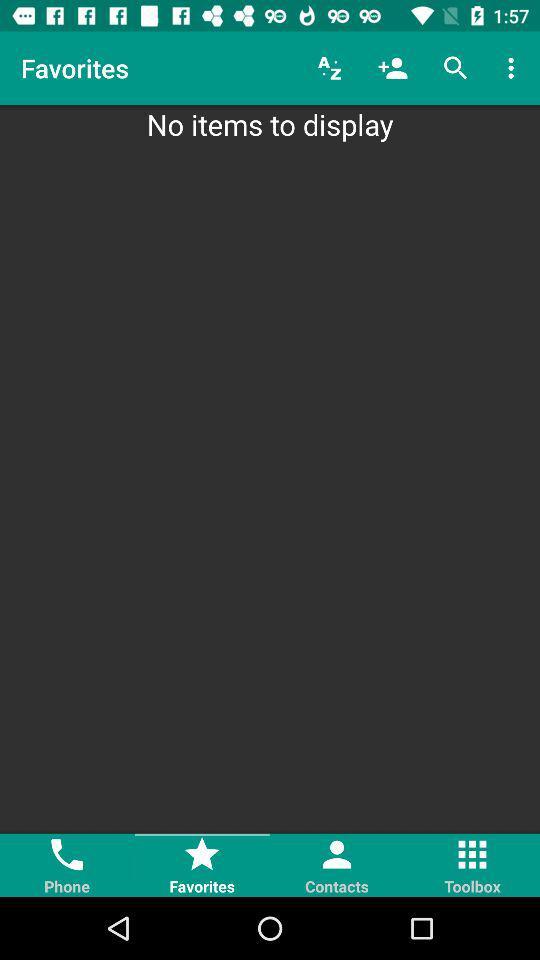 The image size is (540, 960). Describe the element at coordinates (329, 68) in the screenshot. I see `icon above the no items to icon` at that location.